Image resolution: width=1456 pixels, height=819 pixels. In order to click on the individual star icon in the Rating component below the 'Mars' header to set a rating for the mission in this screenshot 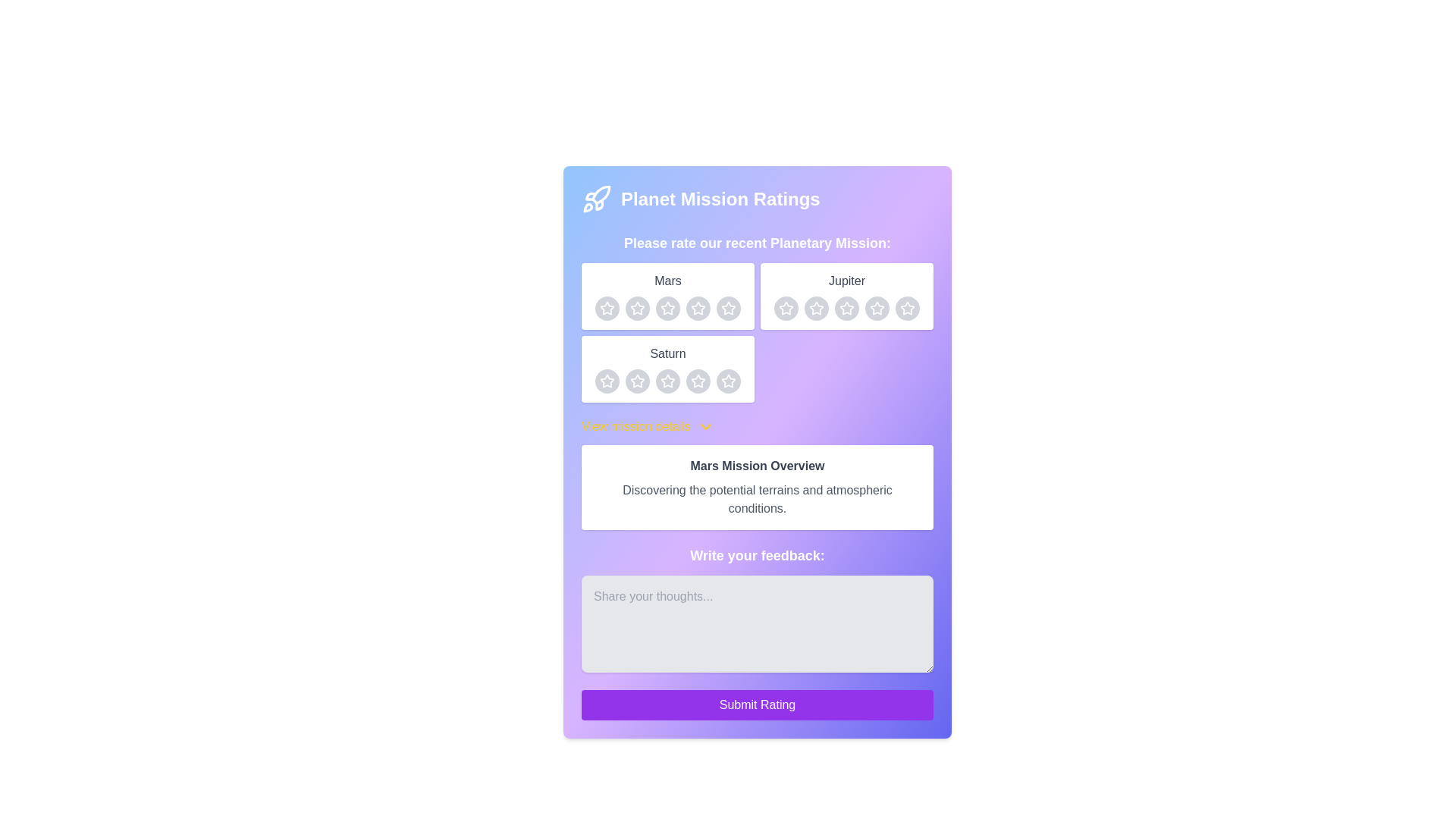, I will do `click(667, 308)`.